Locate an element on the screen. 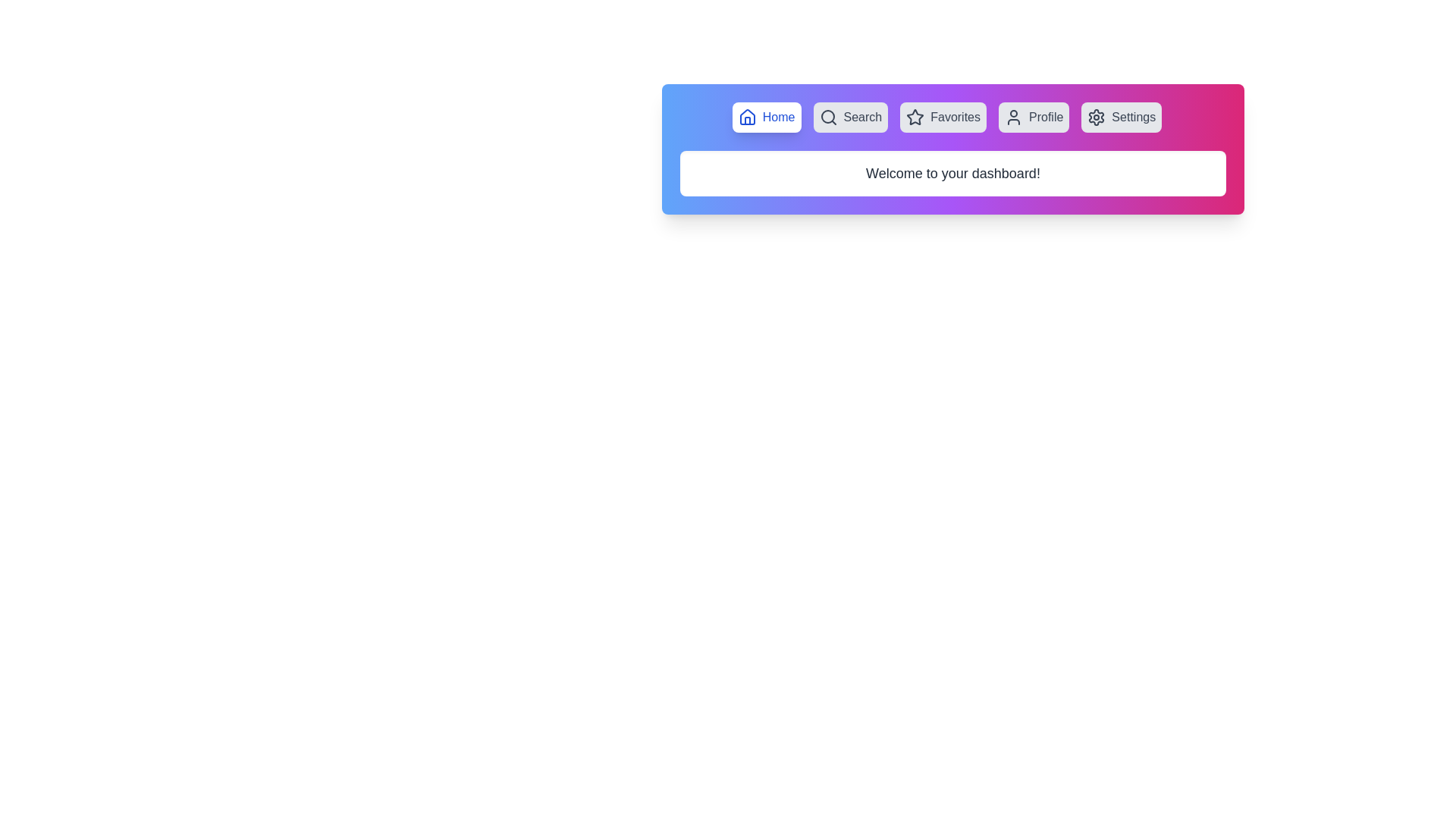  the navigation buttons in the Header Section, which features a gradient background and includes buttons for Home, Search, Favorites, Profile, and Settings is located at coordinates (952, 149).